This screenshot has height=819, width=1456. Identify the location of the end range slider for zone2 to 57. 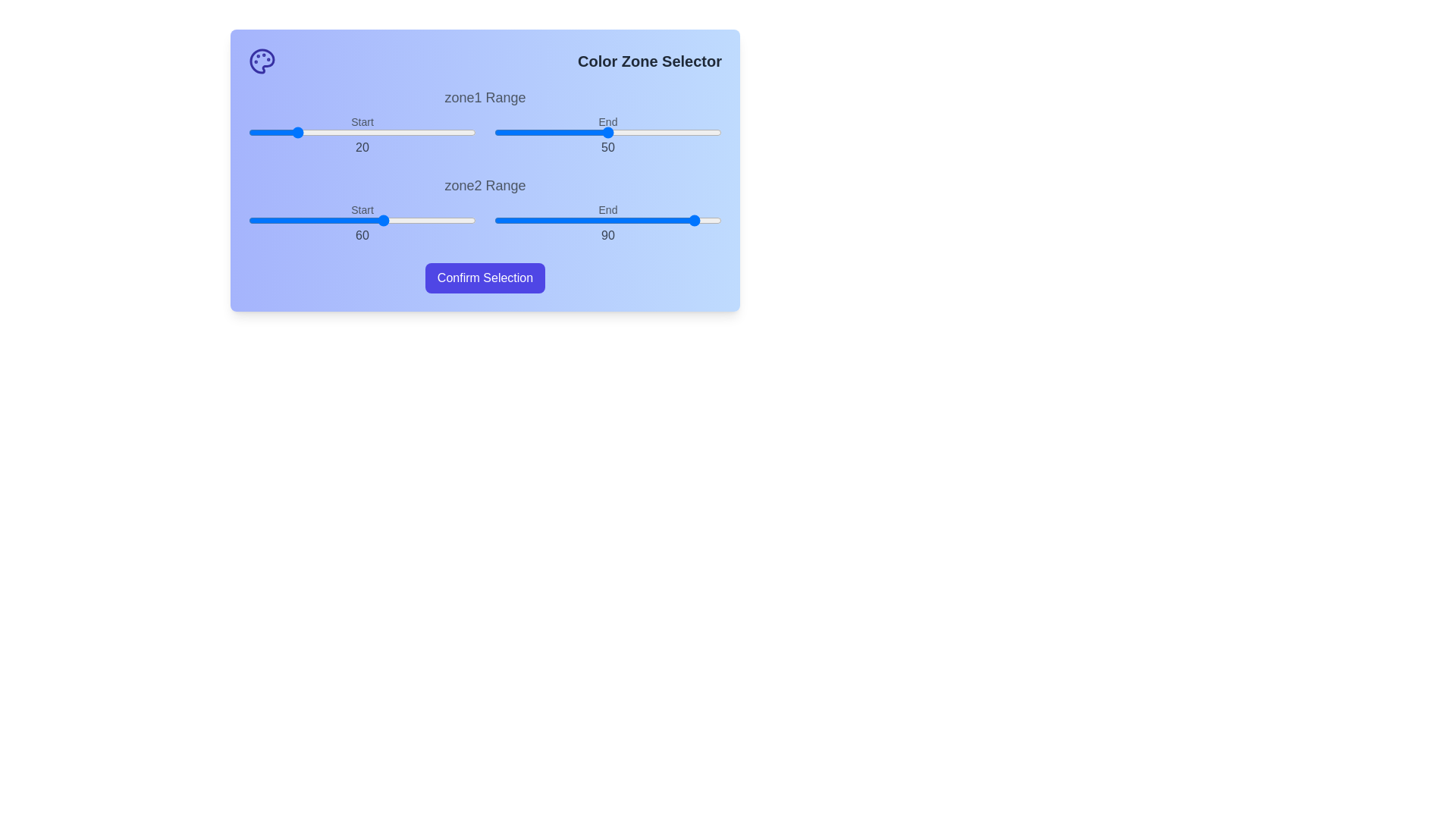
(623, 220).